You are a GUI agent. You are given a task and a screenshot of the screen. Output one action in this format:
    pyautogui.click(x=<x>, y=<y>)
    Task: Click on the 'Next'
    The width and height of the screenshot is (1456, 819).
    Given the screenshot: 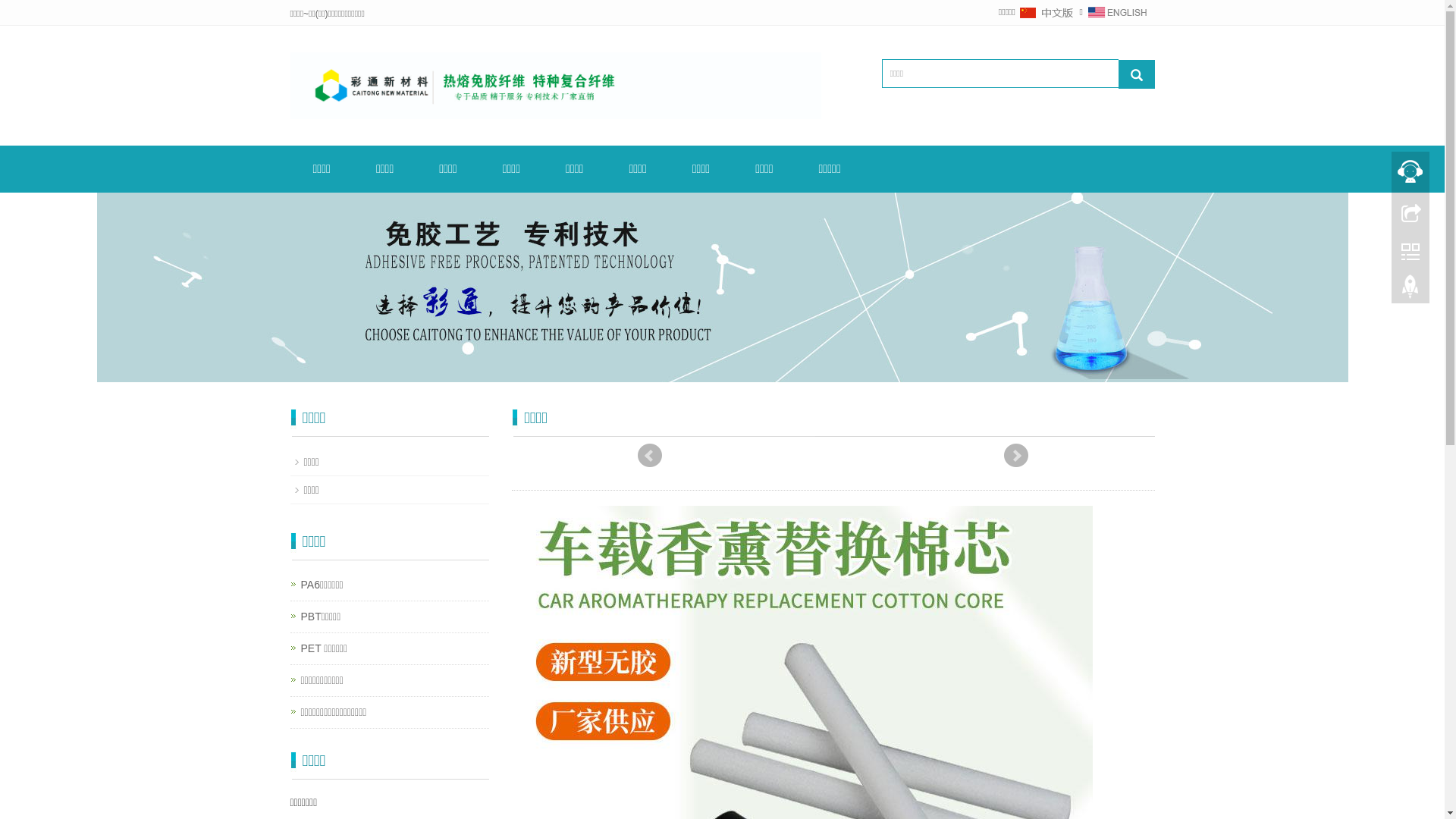 What is the action you would take?
    pyautogui.click(x=1015, y=455)
    